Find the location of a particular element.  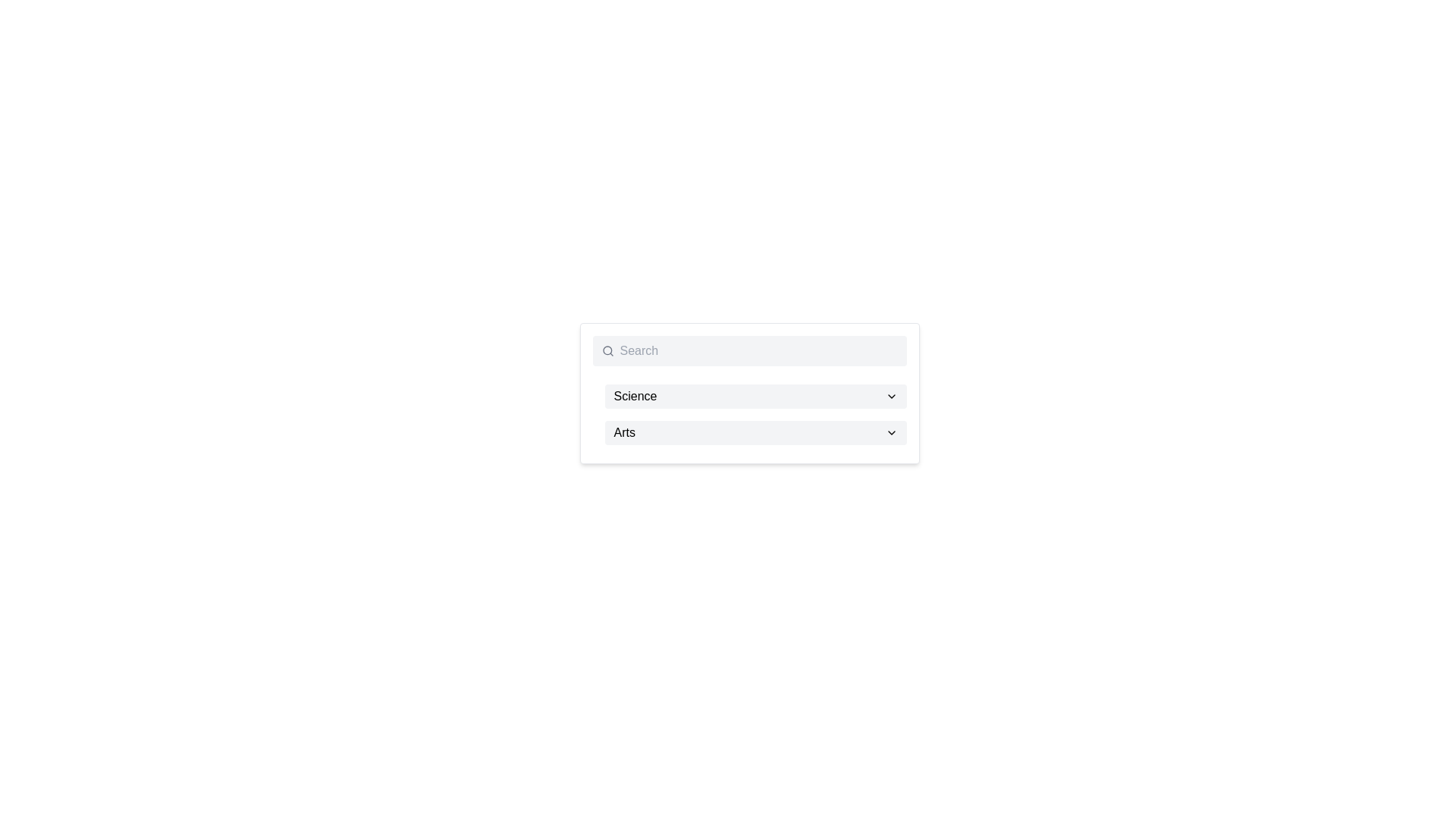

the icon that signifies the presence of a dropdown menu associated with the text 'Science' is located at coordinates (891, 396).